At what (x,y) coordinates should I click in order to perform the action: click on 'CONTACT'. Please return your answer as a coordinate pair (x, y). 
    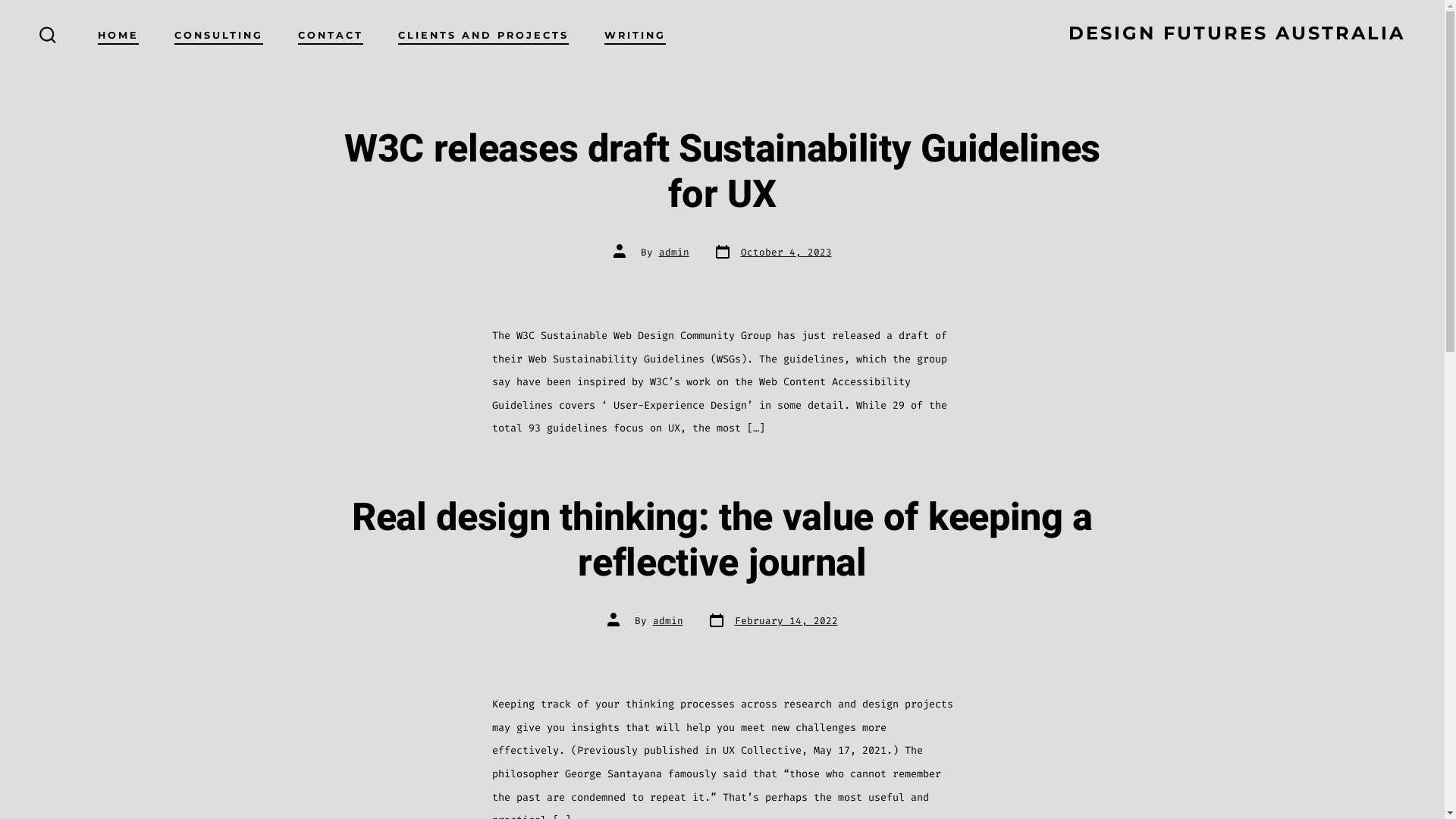
    Looking at the image, I should click on (330, 35).